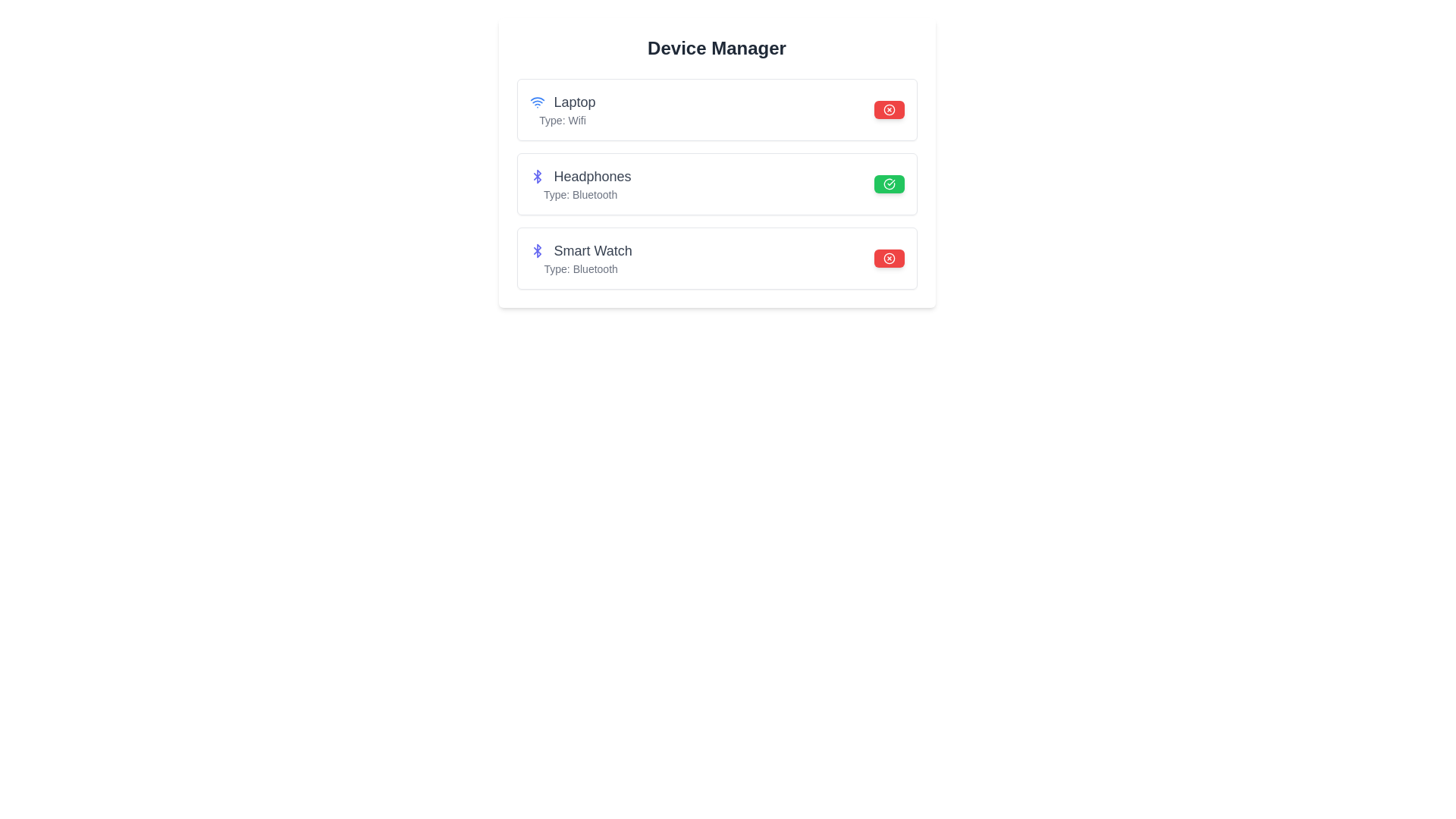  I want to click on the second curved line of the Wi-Fi icon, which is part of the SVG graphic located to the left of the 'Laptop' text under the 'Device Manager' header, so click(537, 99).